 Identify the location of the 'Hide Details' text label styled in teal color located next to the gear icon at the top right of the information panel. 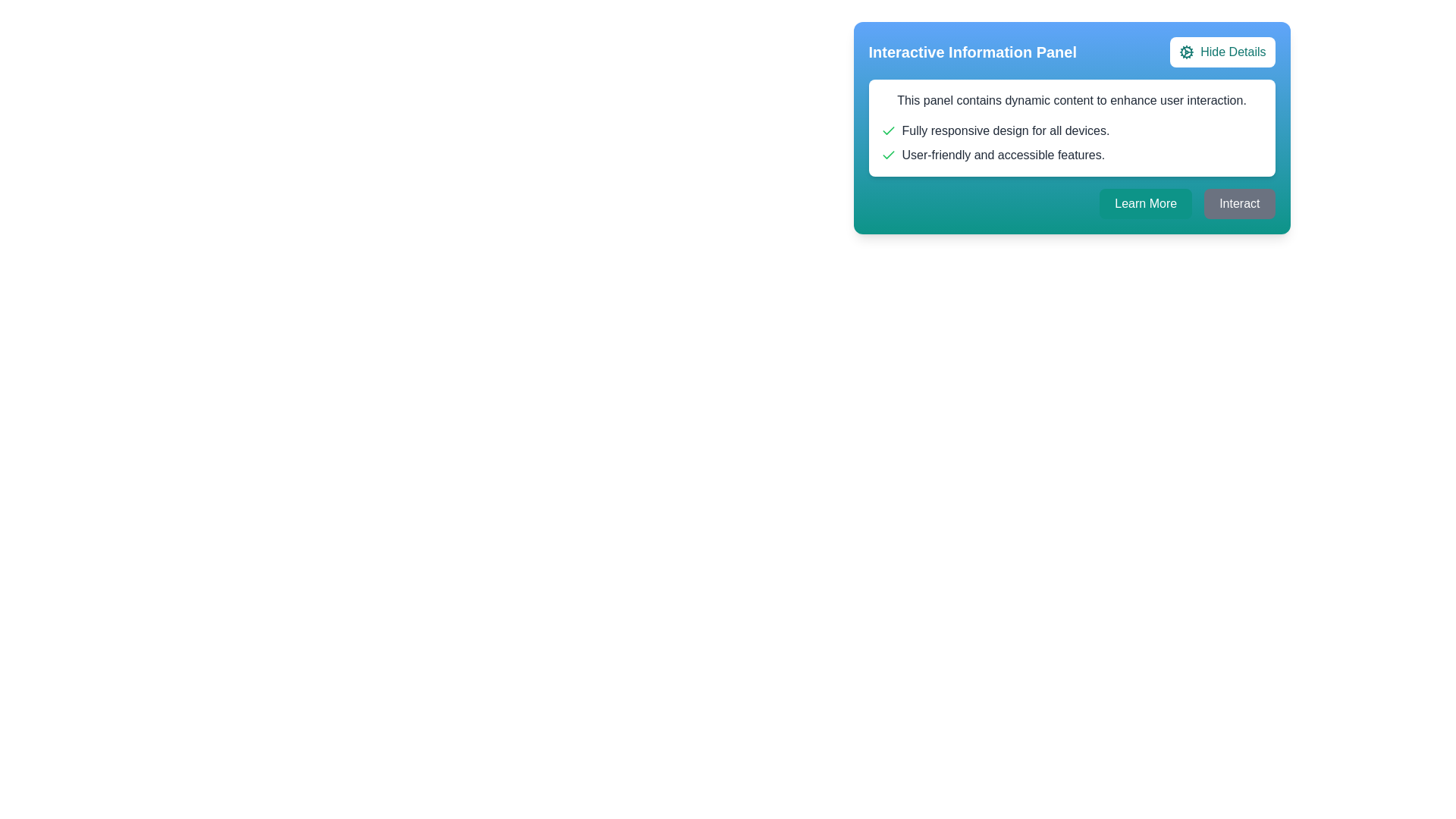
(1233, 52).